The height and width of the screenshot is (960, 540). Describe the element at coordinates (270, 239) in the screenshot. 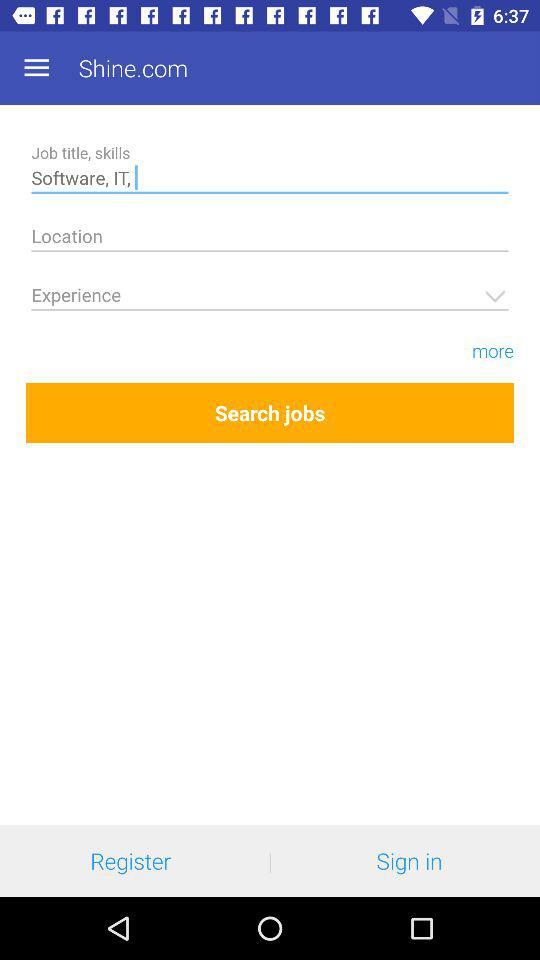

I see `type the location` at that location.